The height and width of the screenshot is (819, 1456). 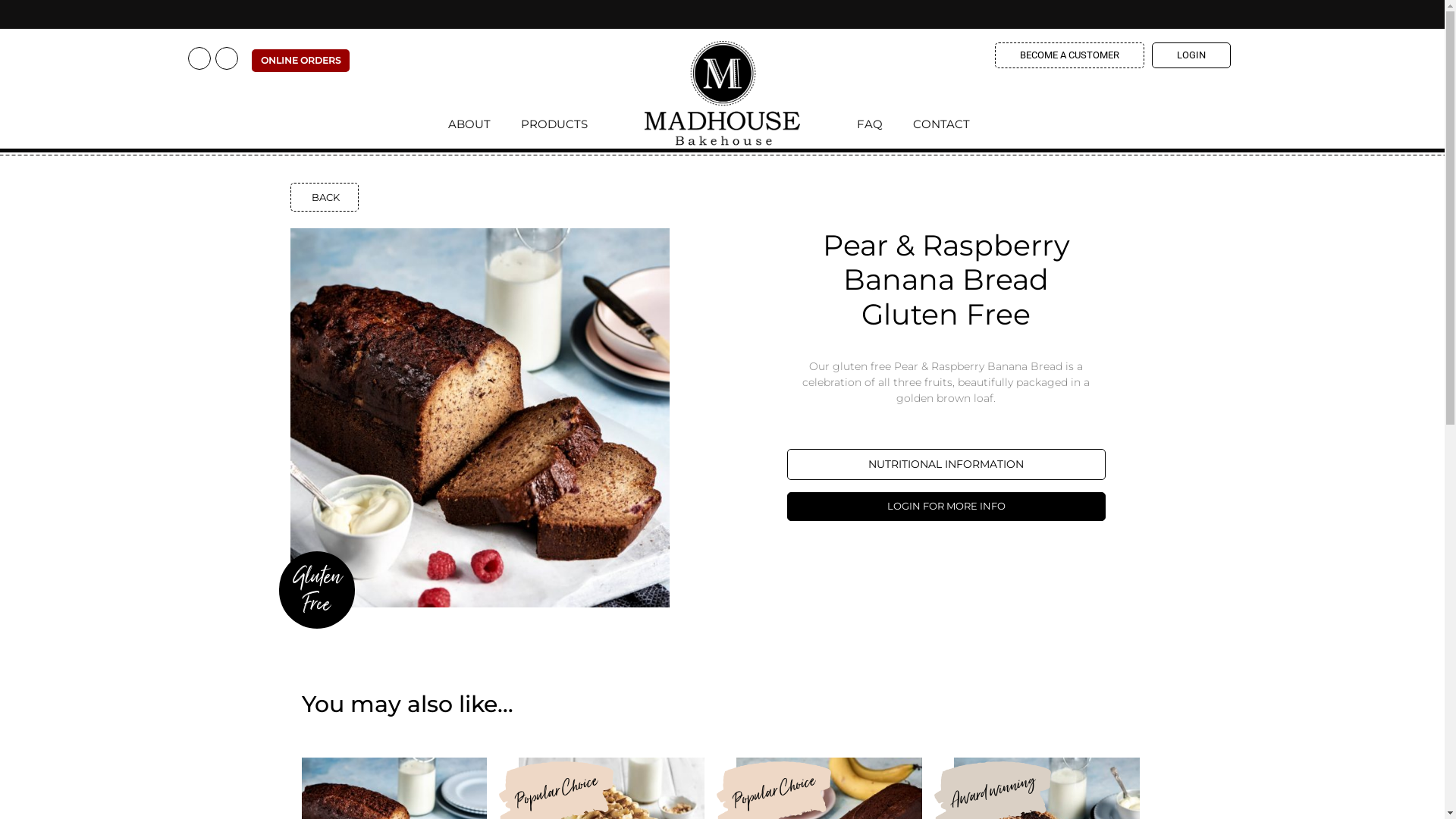 What do you see at coordinates (300, 58) in the screenshot?
I see `'ONLINE ORDERS'` at bounding box center [300, 58].